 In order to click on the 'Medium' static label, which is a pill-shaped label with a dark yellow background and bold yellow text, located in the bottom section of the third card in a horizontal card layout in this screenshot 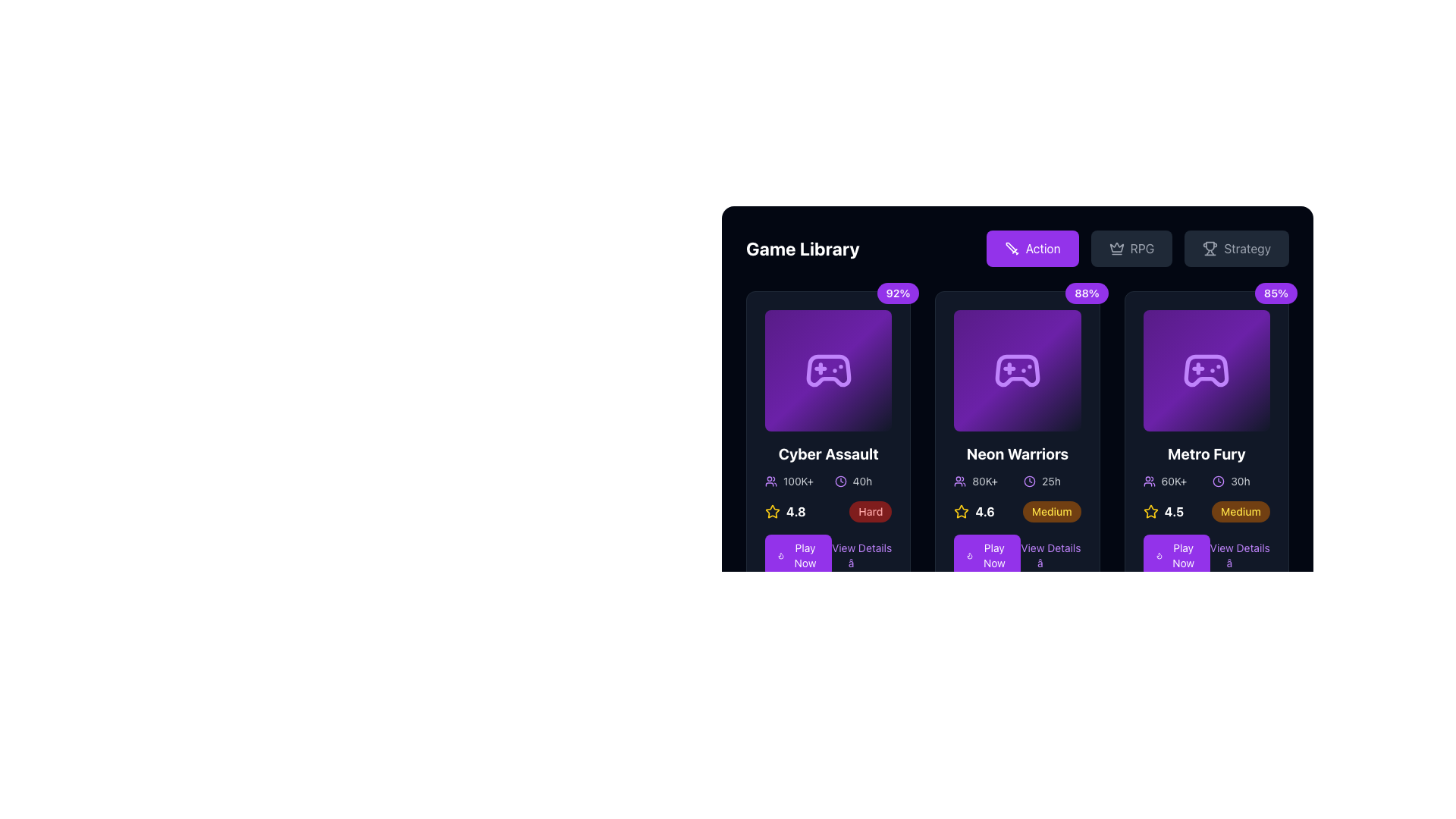, I will do `click(1241, 512)`.